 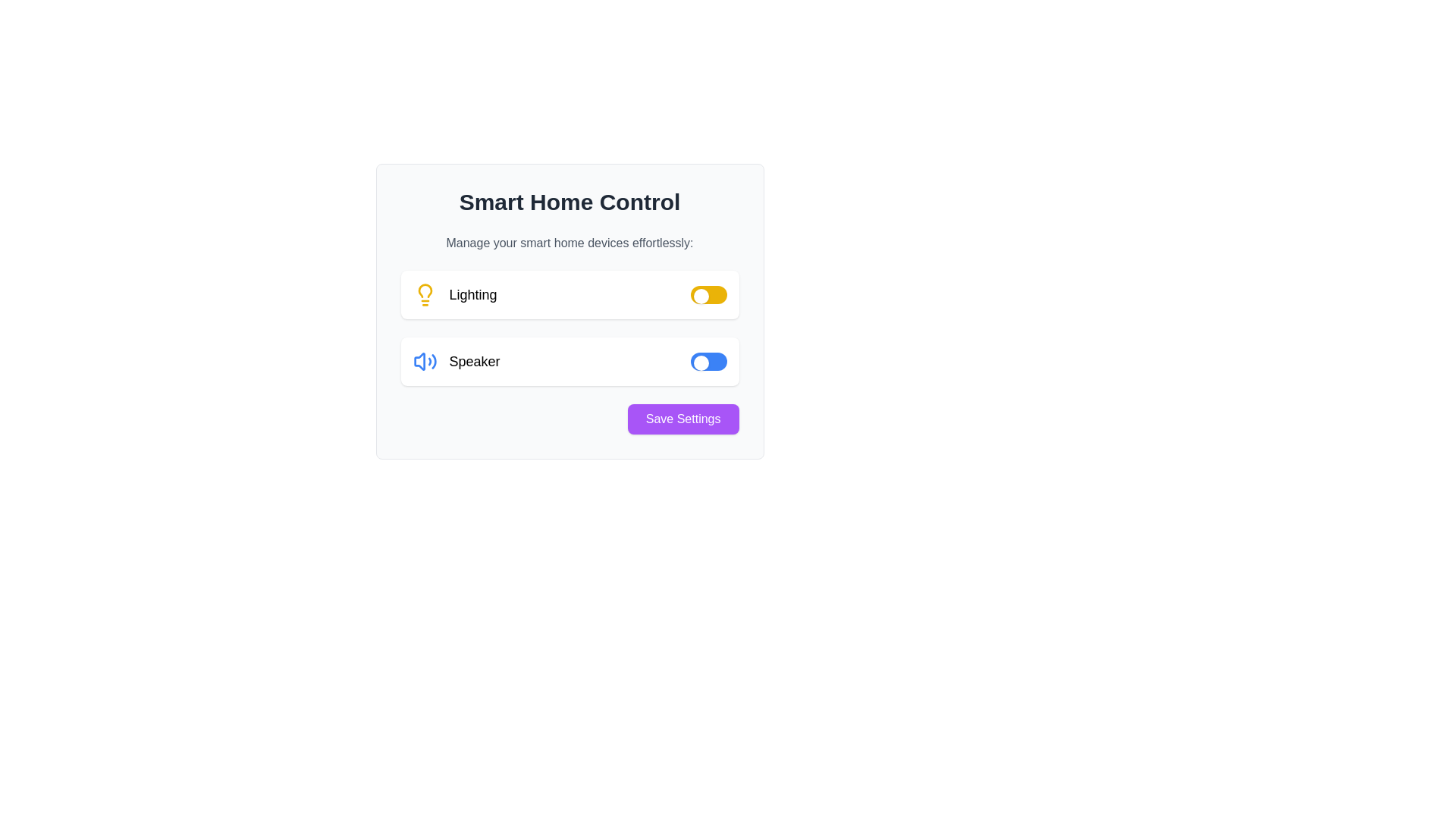 What do you see at coordinates (425, 290) in the screenshot?
I see `the Lightbulb icon located at the top-left of the 'Lighting' section, above the text 'Lighting', and to the left of the toggle switch` at bounding box center [425, 290].